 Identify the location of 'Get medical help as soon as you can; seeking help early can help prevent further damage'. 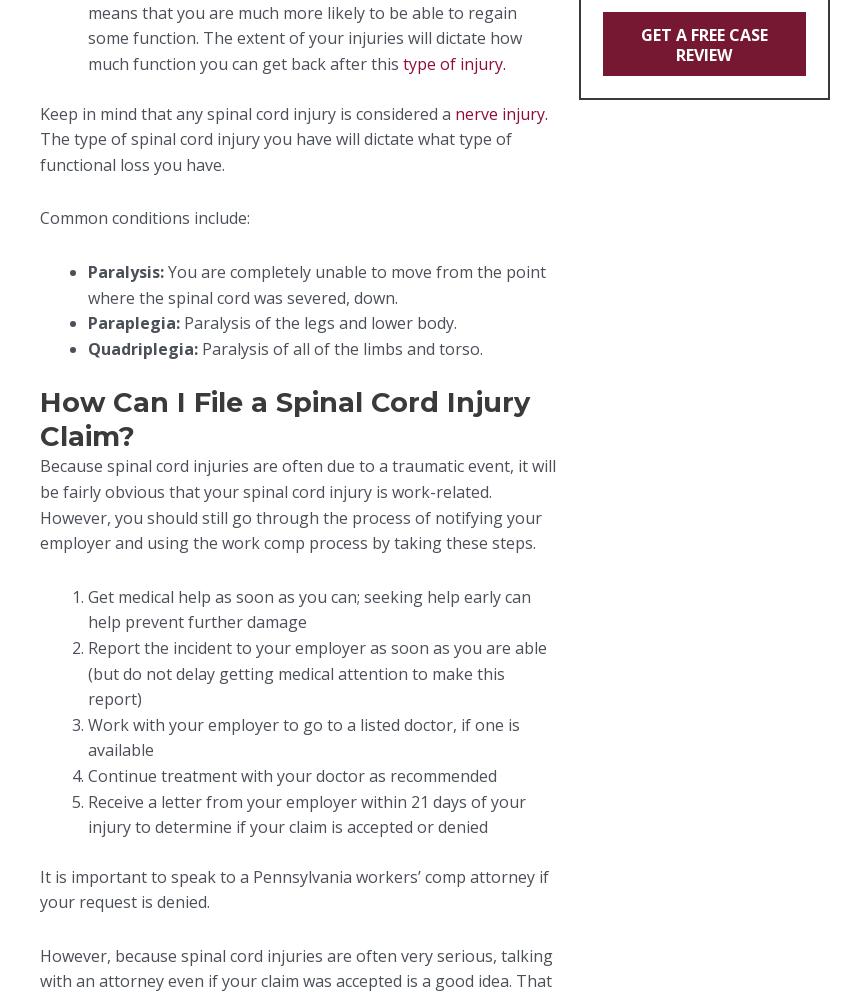
(309, 608).